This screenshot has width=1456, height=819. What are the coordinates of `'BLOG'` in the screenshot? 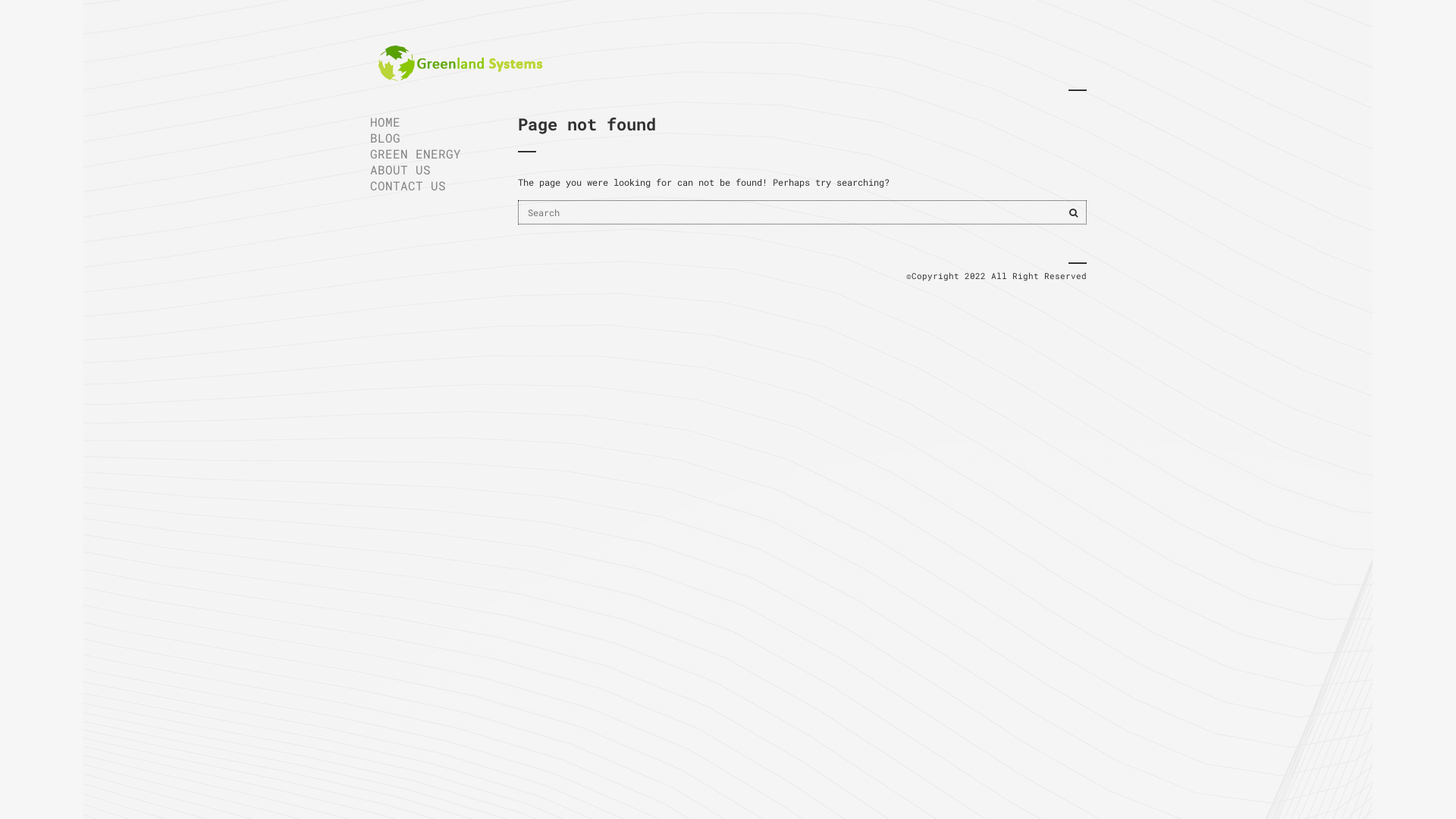 It's located at (370, 137).